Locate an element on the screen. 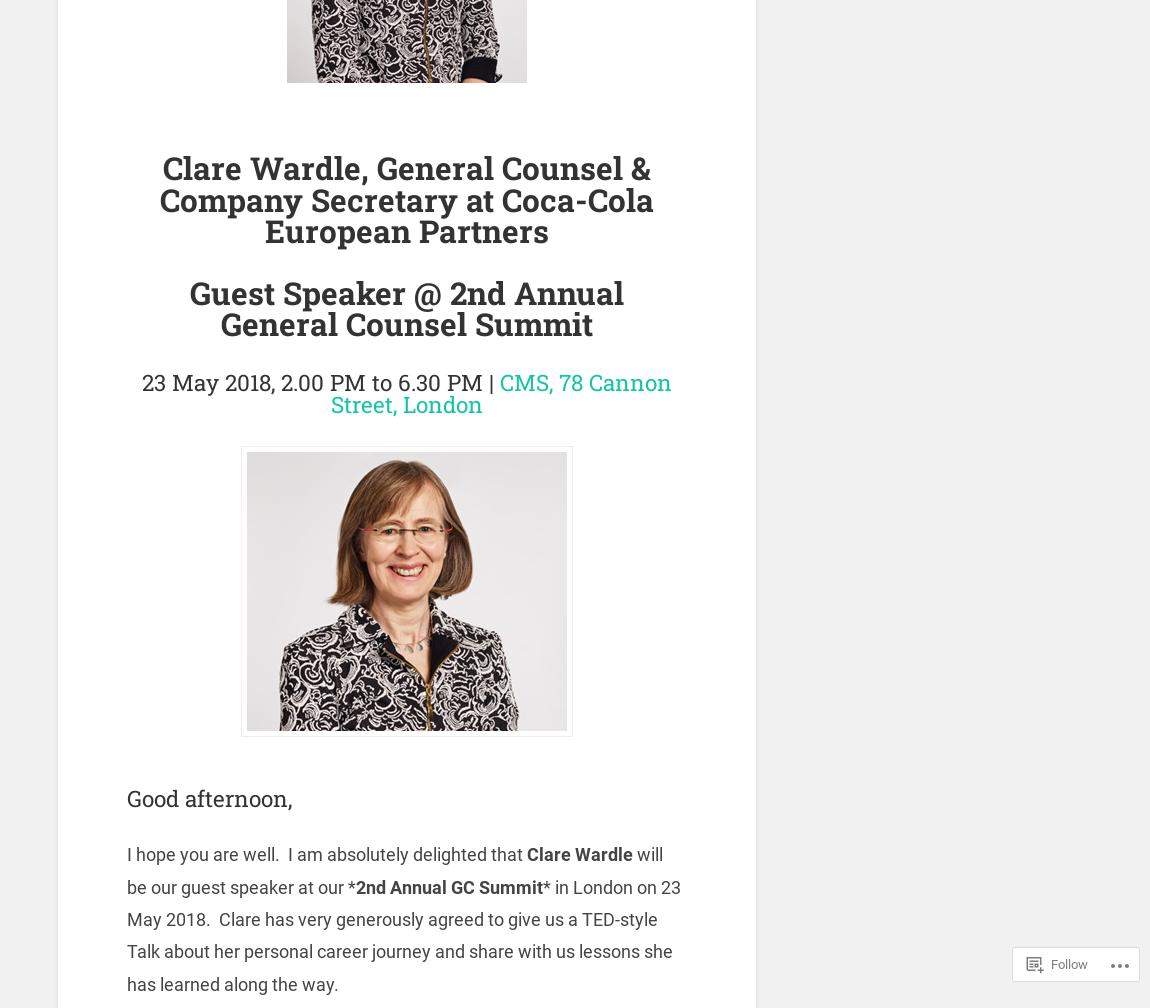 This screenshot has width=1150, height=1008. 'Clare Wardle, General Counsel & Company Secretary at Coca-Cola European Partners' is located at coordinates (405, 199).